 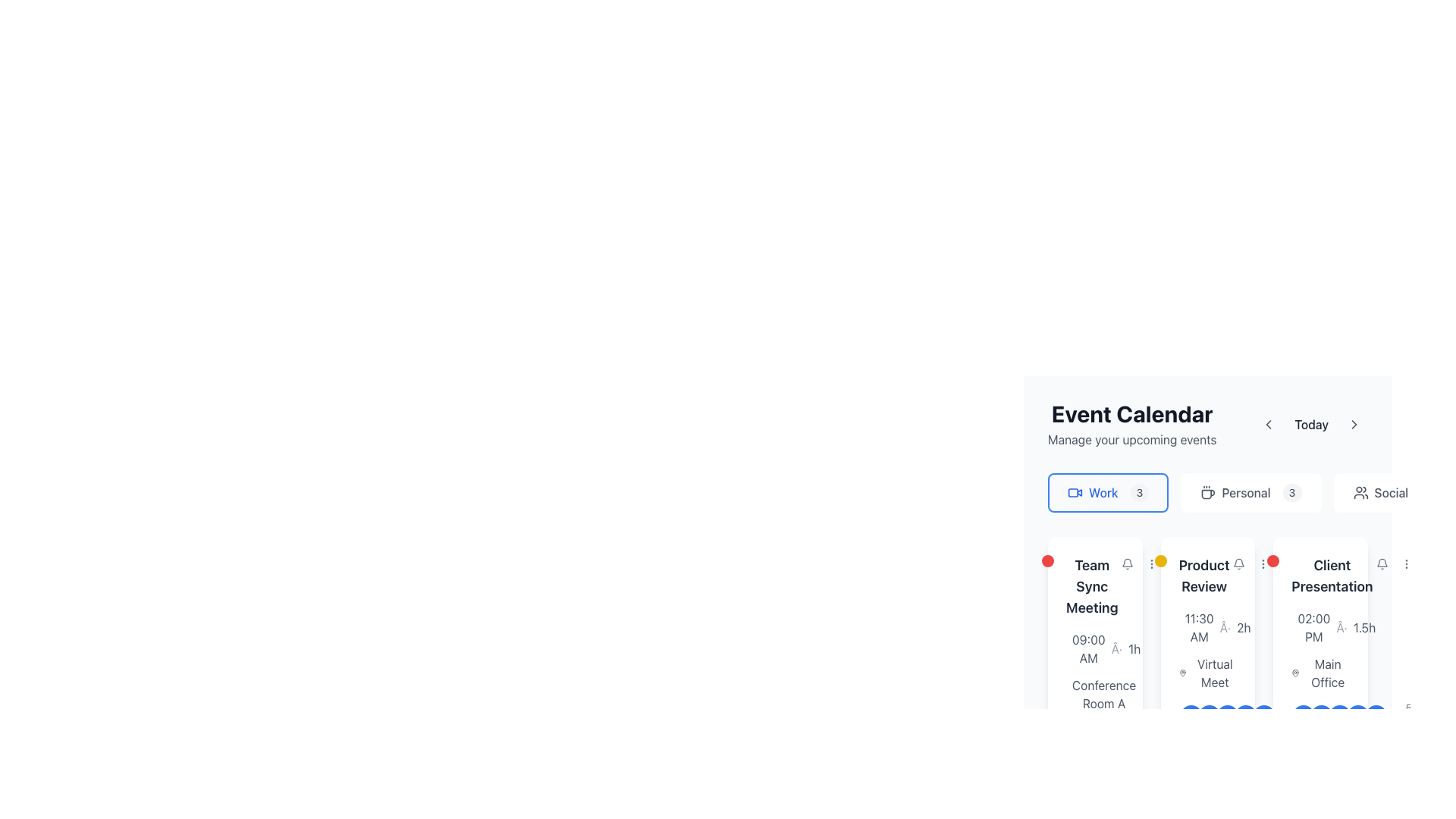 I want to click on the video camera icon located to the left of the 'Work 3' button in the calendar category selection section, so click(x=1074, y=493).